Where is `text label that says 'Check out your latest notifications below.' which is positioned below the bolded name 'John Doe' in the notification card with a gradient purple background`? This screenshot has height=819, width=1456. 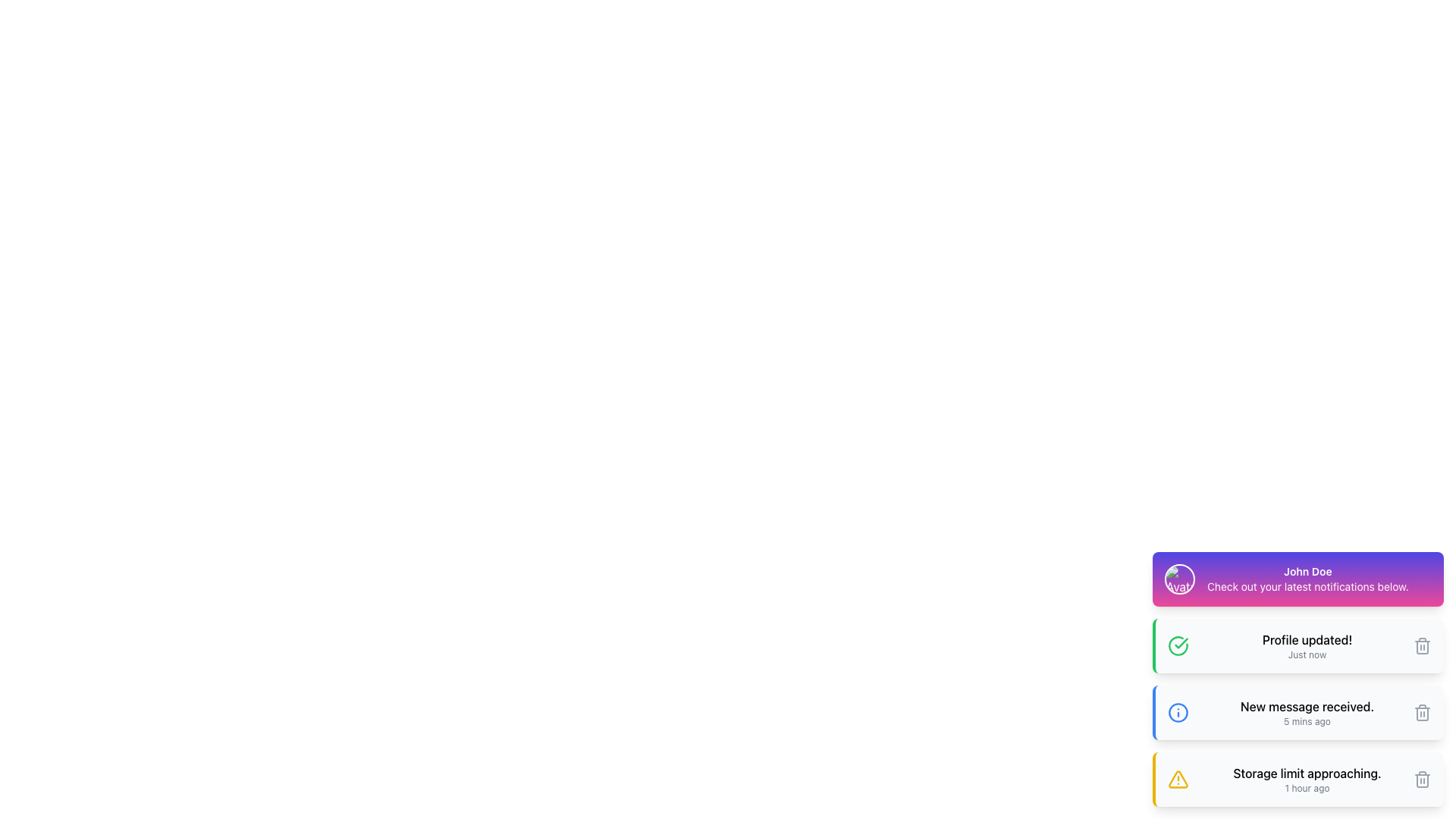
text label that says 'Check out your latest notifications below.' which is positioned below the bolded name 'John Doe' in the notification card with a gradient purple background is located at coordinates (1307, 586).